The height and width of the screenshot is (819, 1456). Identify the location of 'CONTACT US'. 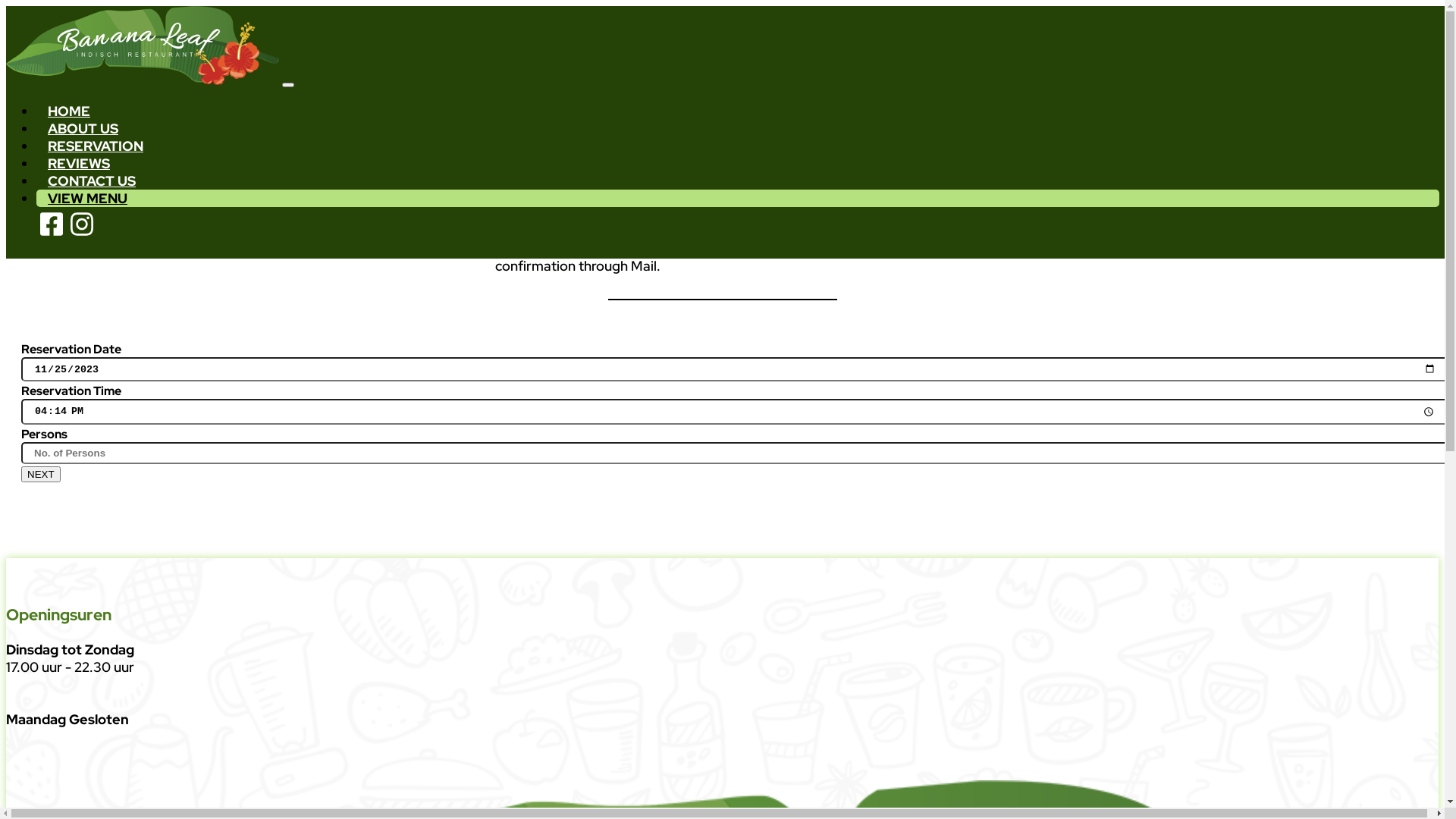
(36, 180).